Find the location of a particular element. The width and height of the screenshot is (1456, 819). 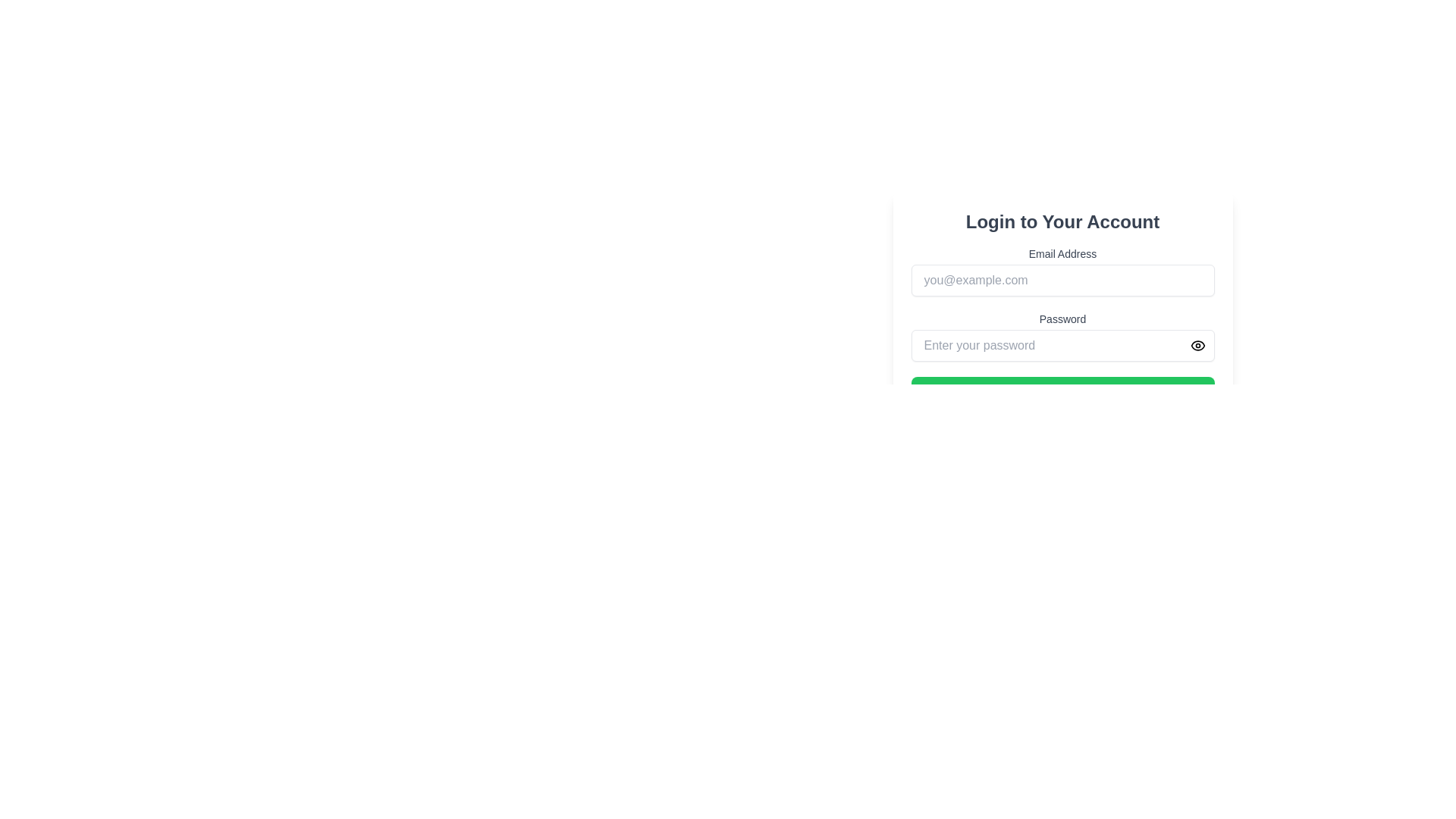

the password label that identifies the associated password input field in the login form, positioned below the 'Email Address' label and above the password input box is located at coordinates (1062, 318).